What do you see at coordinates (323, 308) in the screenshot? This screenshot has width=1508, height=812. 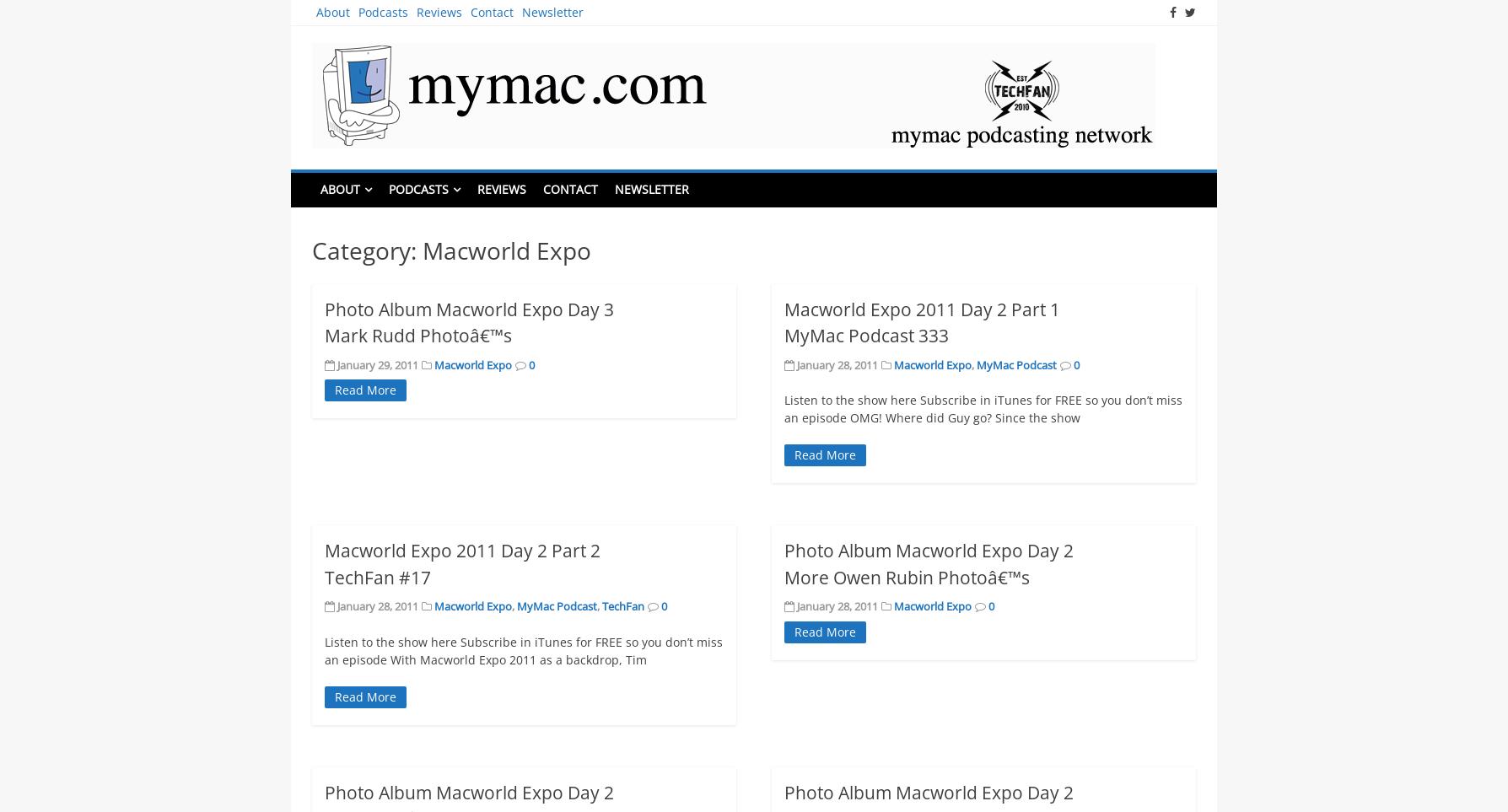 I see `'Photo Album Macworld Expo Day 3'` at bounding box center [323, 308].